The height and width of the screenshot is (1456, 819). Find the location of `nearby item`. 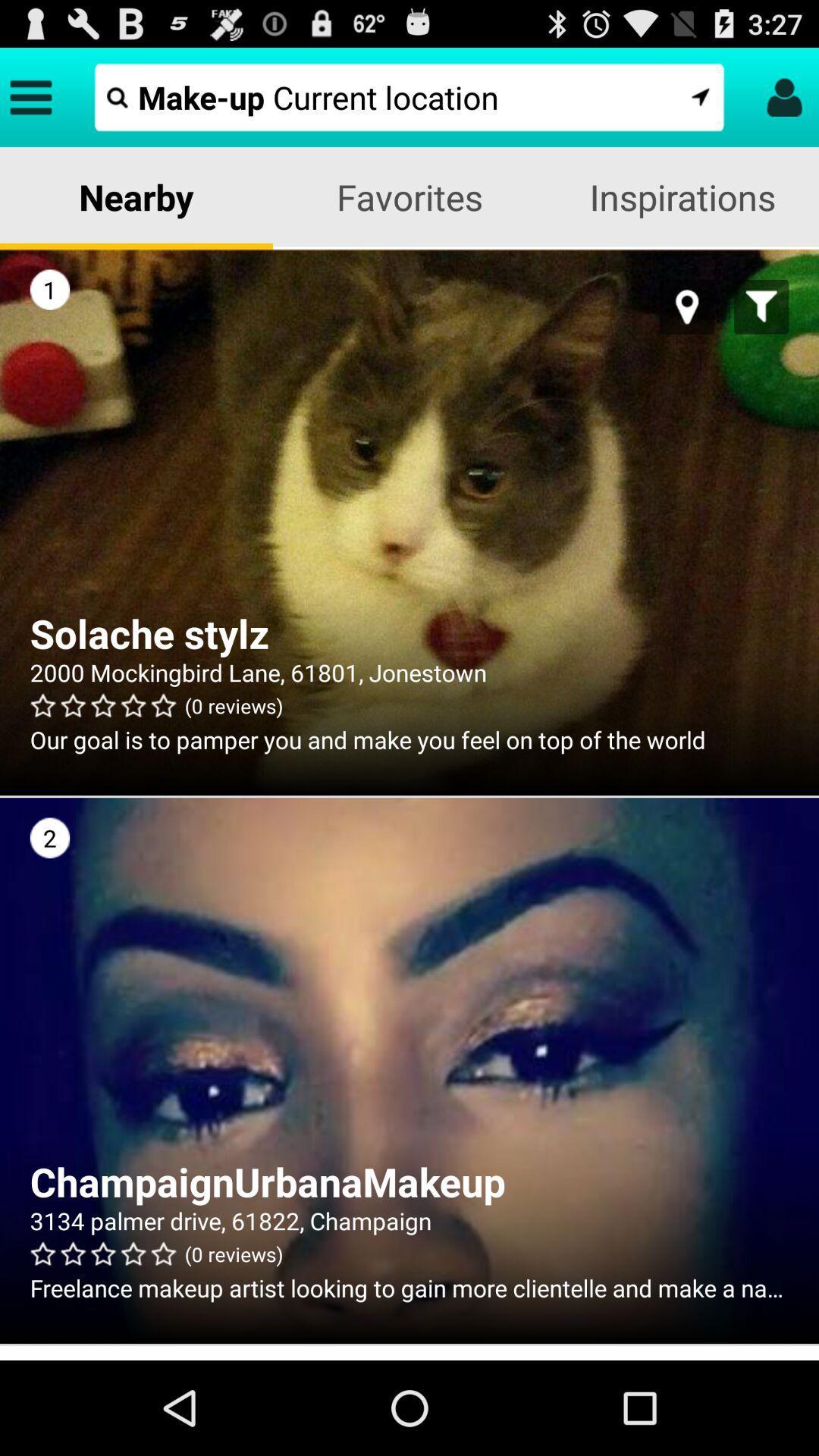

nearby item is located at coordinates (136, 196).